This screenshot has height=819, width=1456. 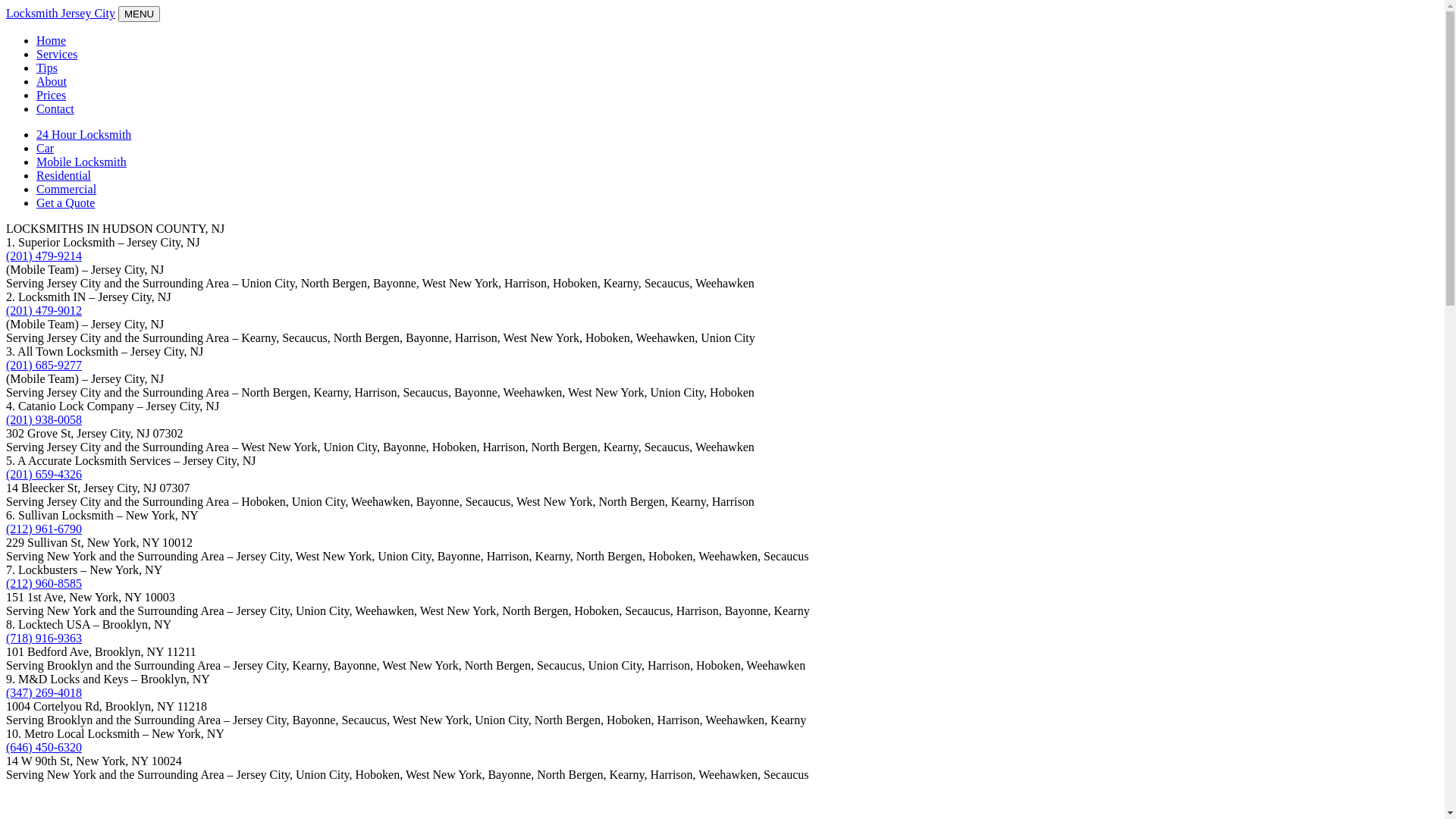 I want to click on '(212) 961-6790', so click(x=43, y=528).